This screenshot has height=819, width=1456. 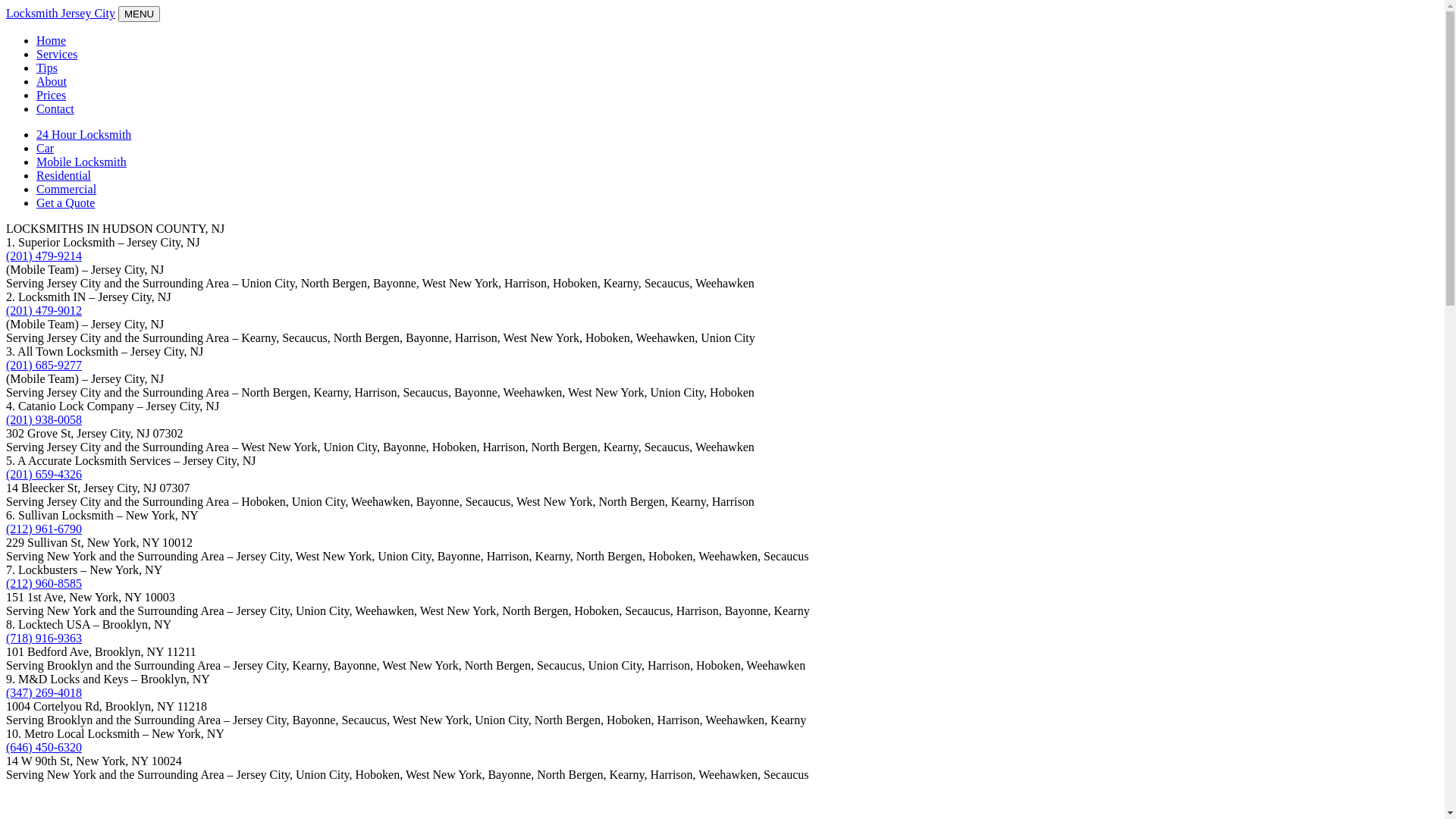 I want to click on '(212) 961-6790', so click(x=43, y=528).